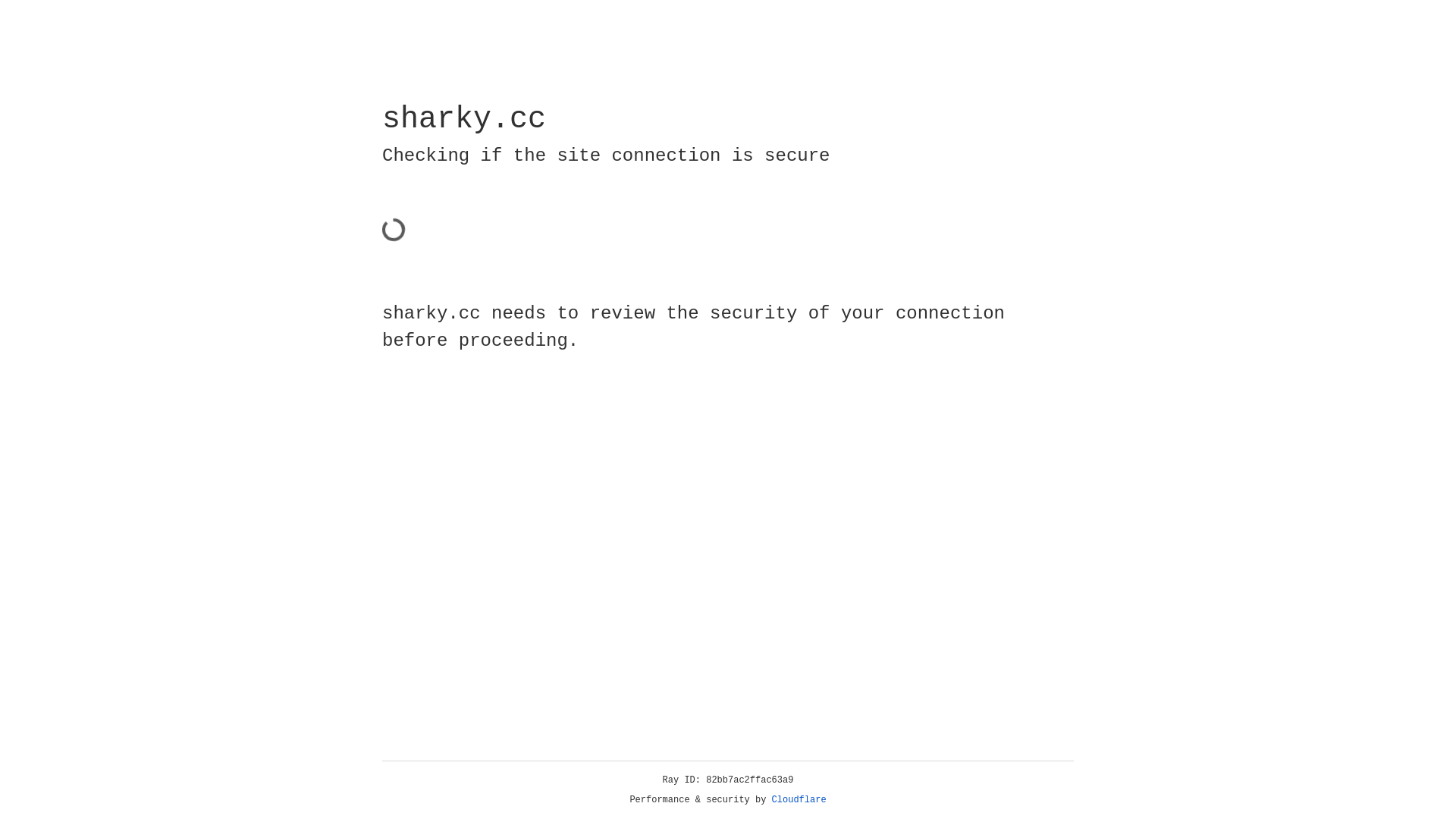  I want to click on 'Cloudflare', so click(799, 799).